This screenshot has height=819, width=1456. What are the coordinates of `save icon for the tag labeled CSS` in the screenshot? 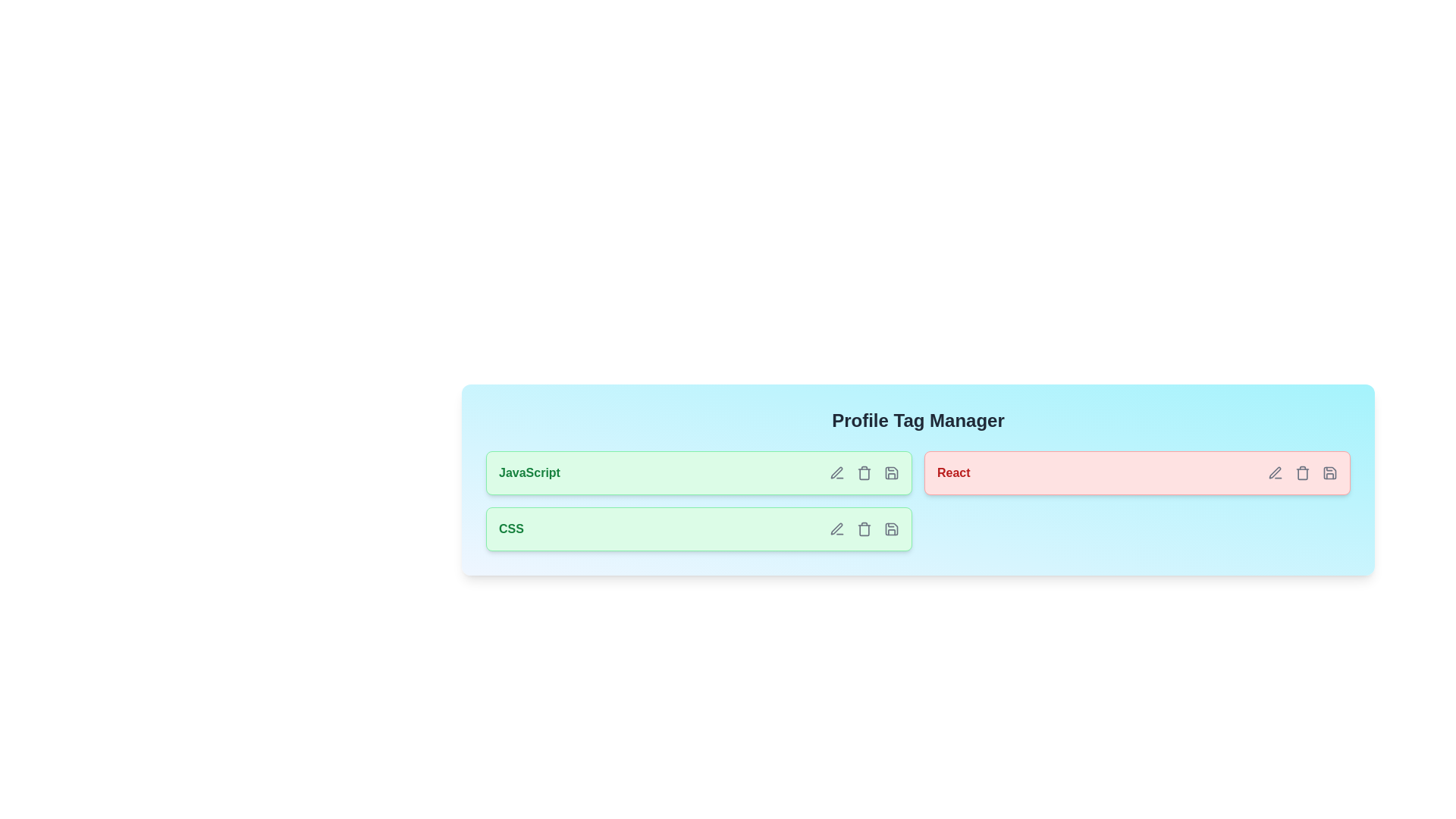 It's located at (892, 529).